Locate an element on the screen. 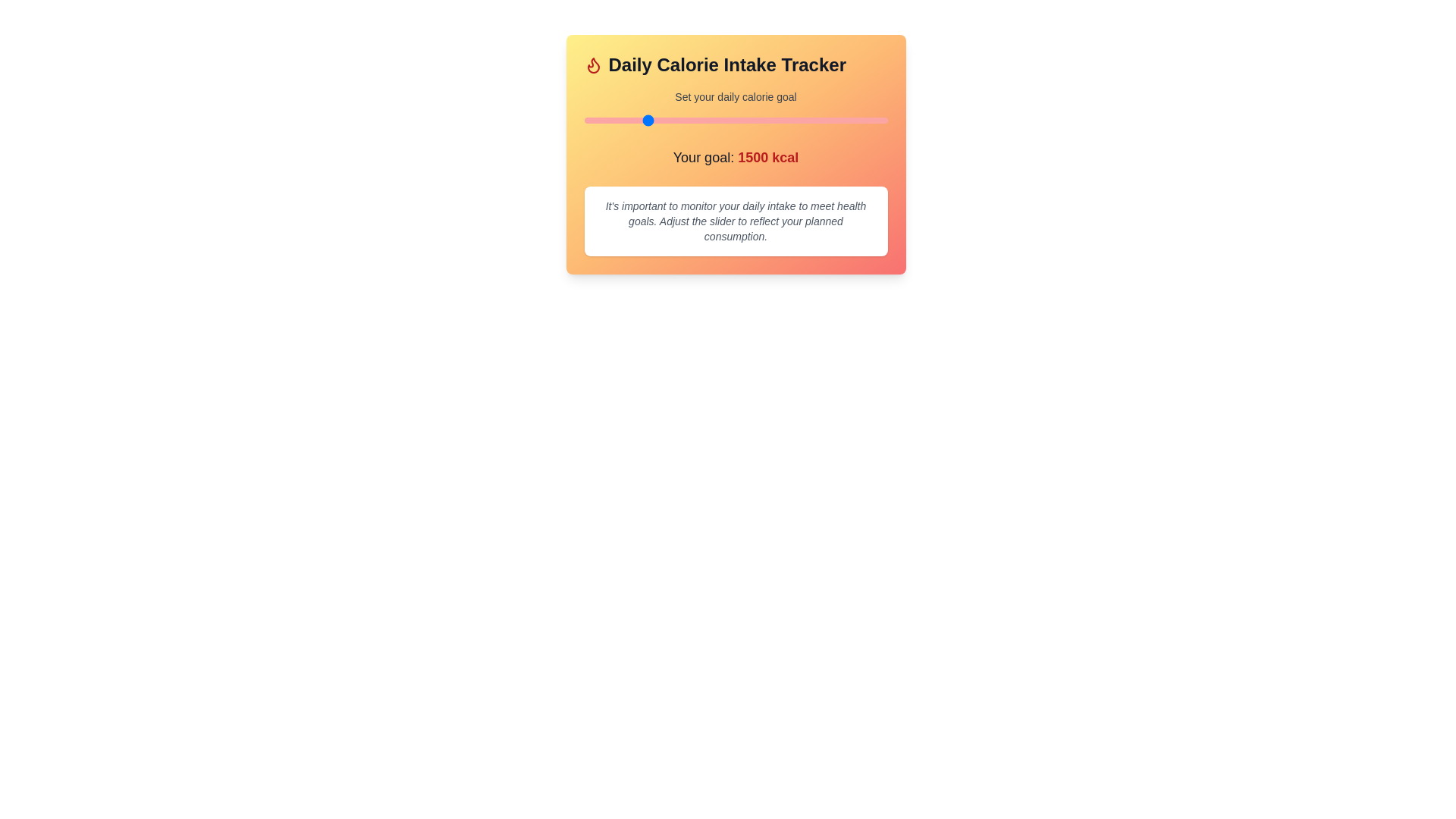 The height and width of the screenshot is (819, 1456). the calorie goal slider to a value of 2358 is located at coordinates (748, 119).